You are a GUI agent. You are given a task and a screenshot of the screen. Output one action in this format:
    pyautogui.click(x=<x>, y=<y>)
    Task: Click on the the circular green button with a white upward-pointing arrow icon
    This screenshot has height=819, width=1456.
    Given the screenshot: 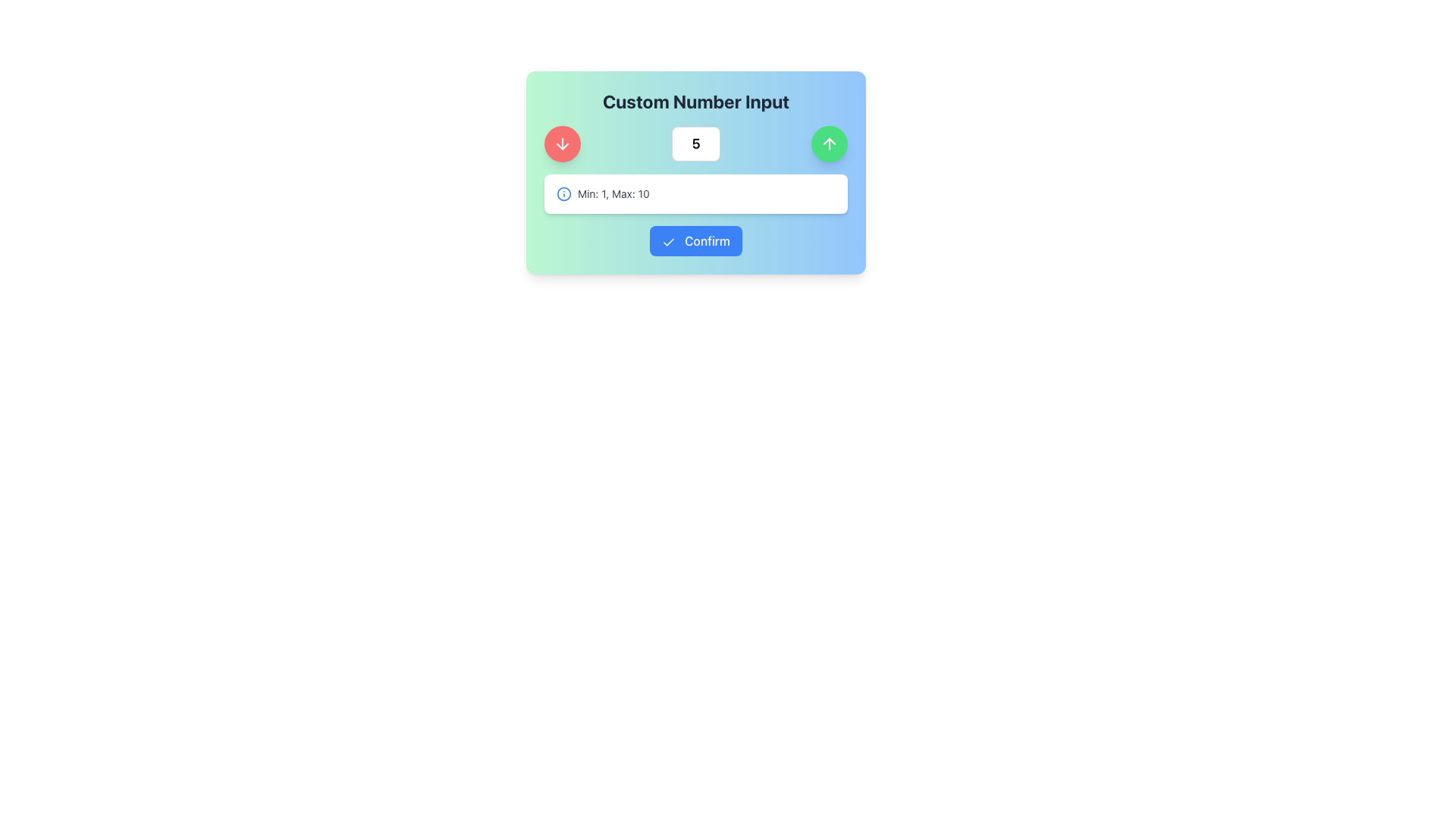 What is the action you would take?
    pyautogui.click(x=829, y=143)
    